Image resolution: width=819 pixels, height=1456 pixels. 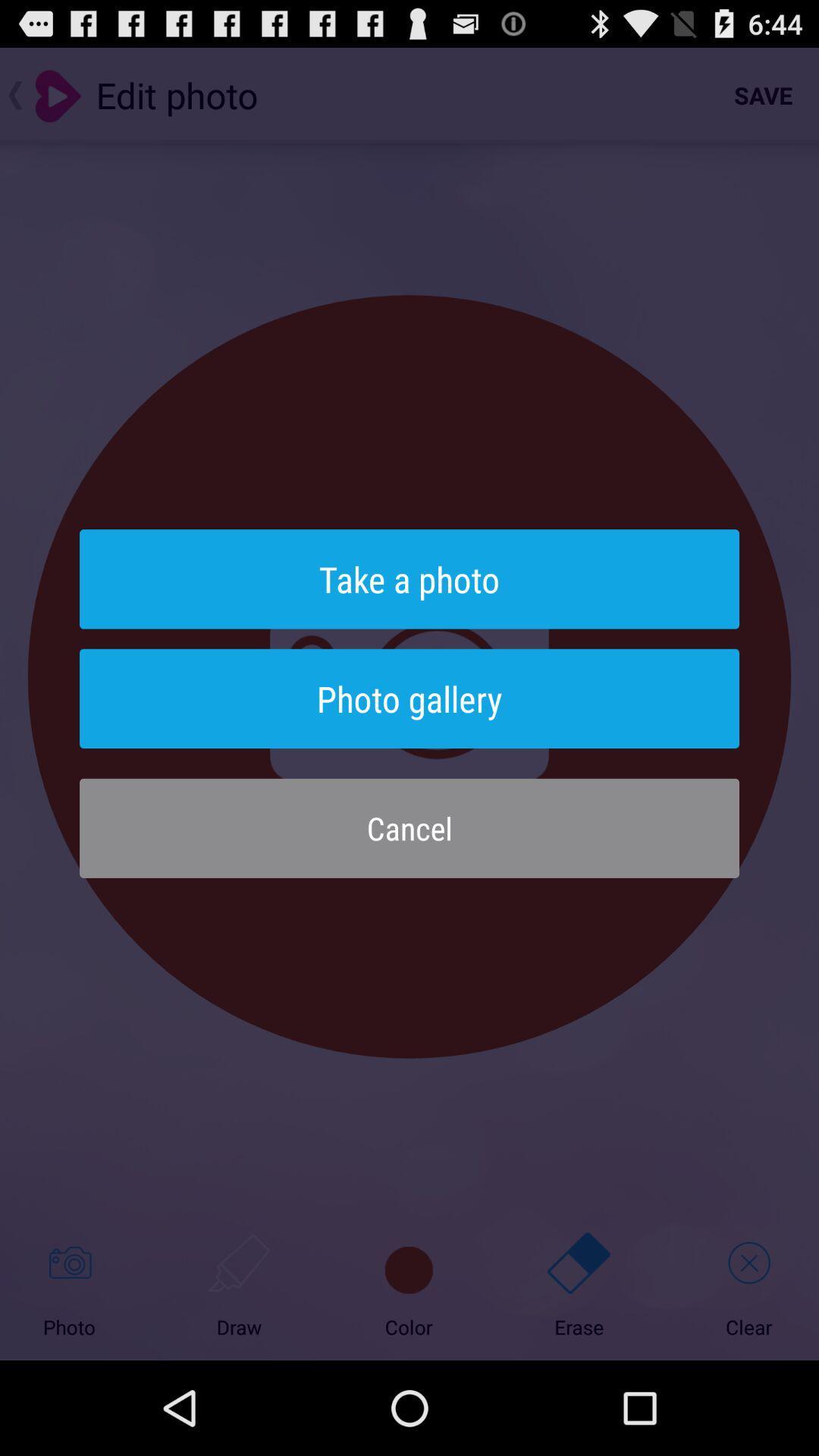 What do you see at coordinates (409, 578) in the screenshot?
I see `take a photo` at bounding box center [409, 578].